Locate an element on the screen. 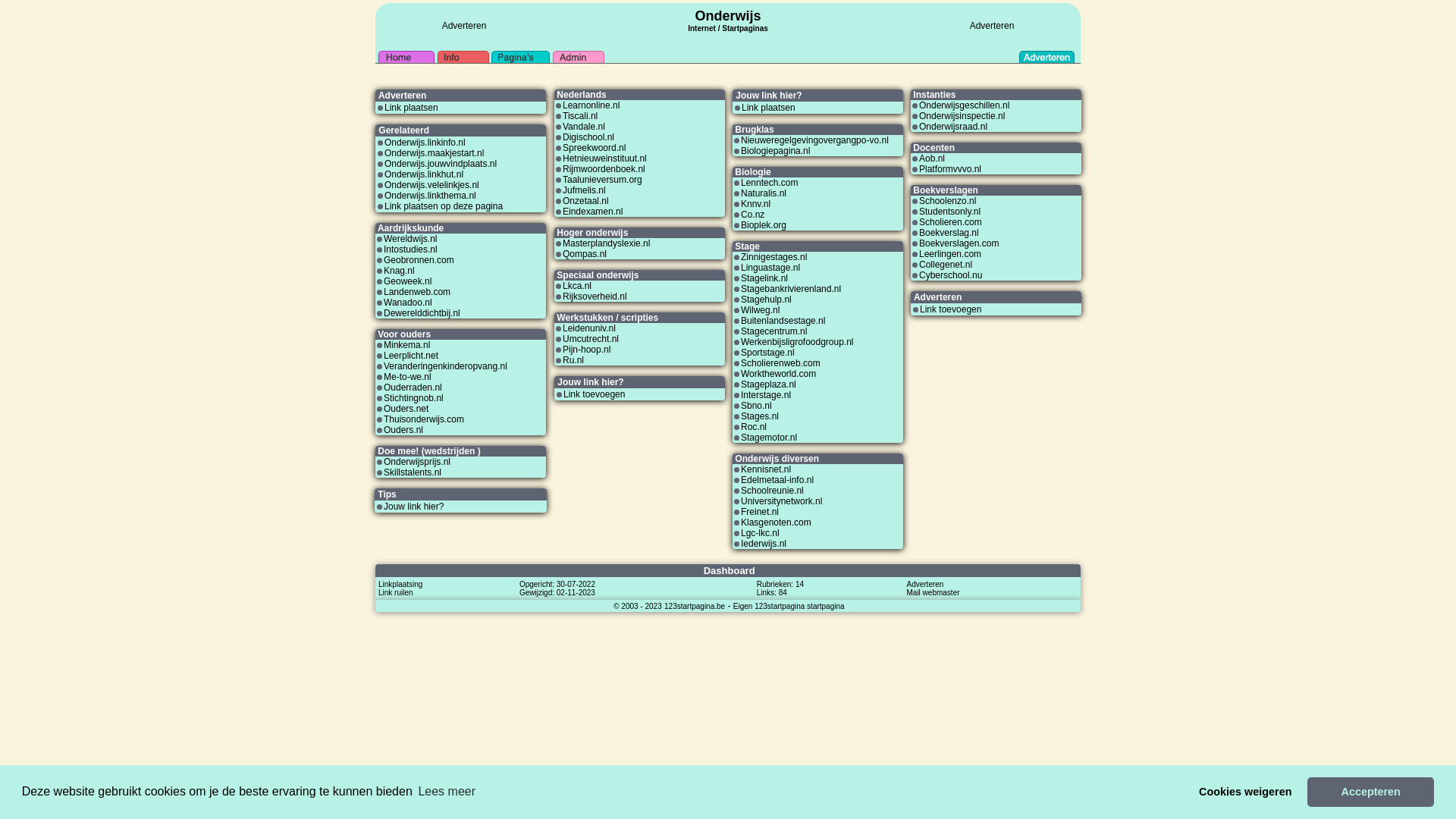  'Startpaginas' is located at coordinates (745, 28).